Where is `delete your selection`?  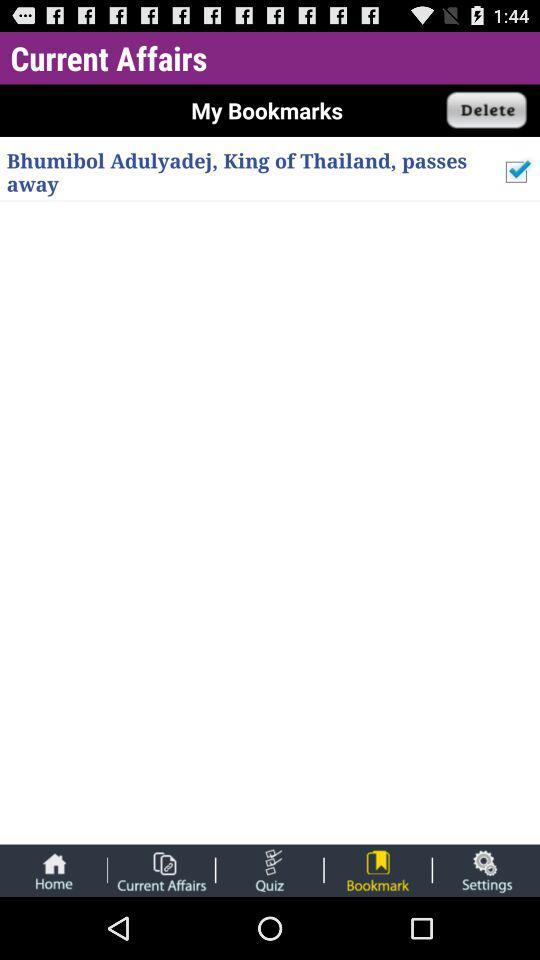
delete your selection is located at coordinates (486, 110).